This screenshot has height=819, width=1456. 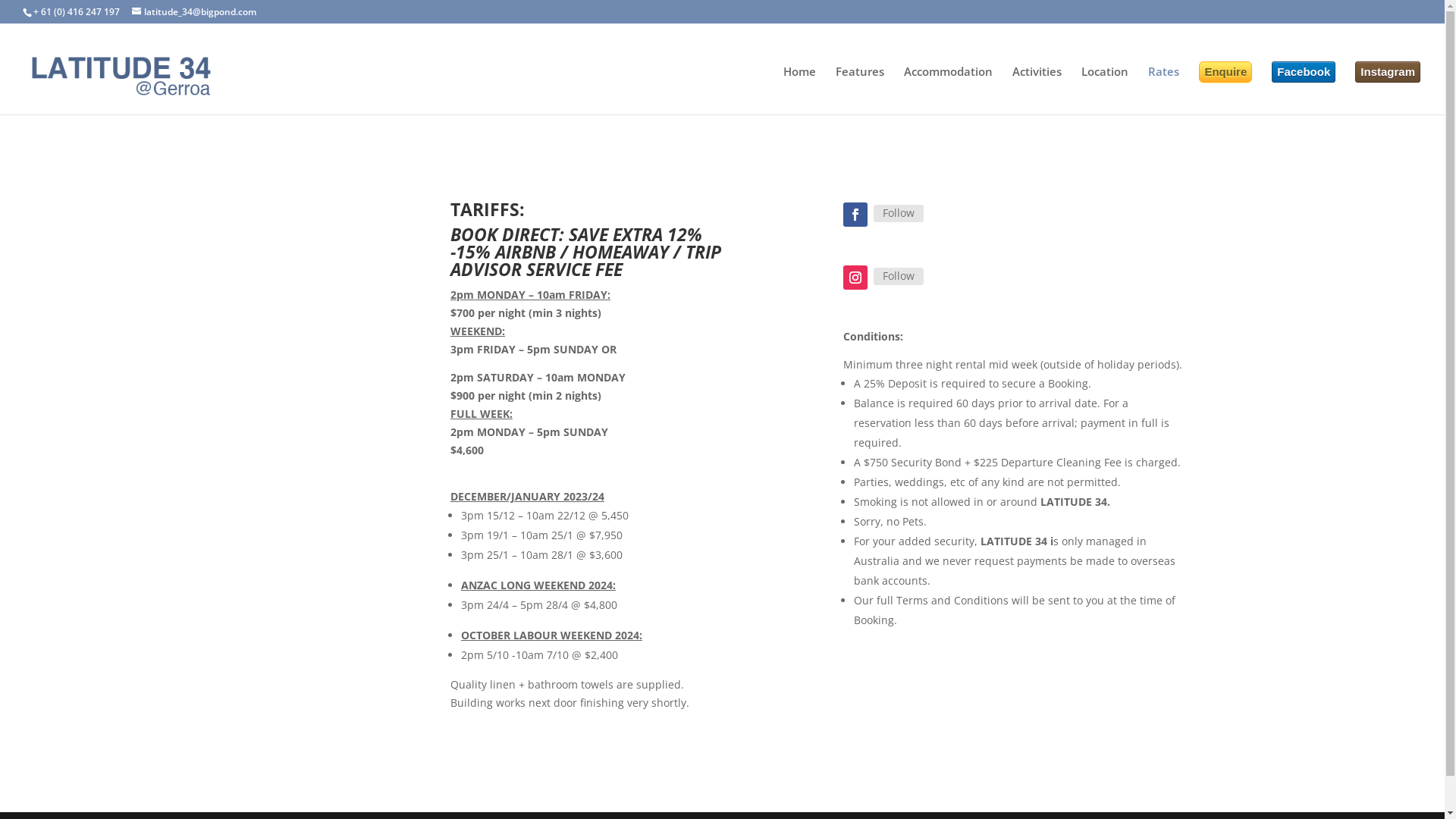 I want to click on 'Location', so click(x=1105, y=90).